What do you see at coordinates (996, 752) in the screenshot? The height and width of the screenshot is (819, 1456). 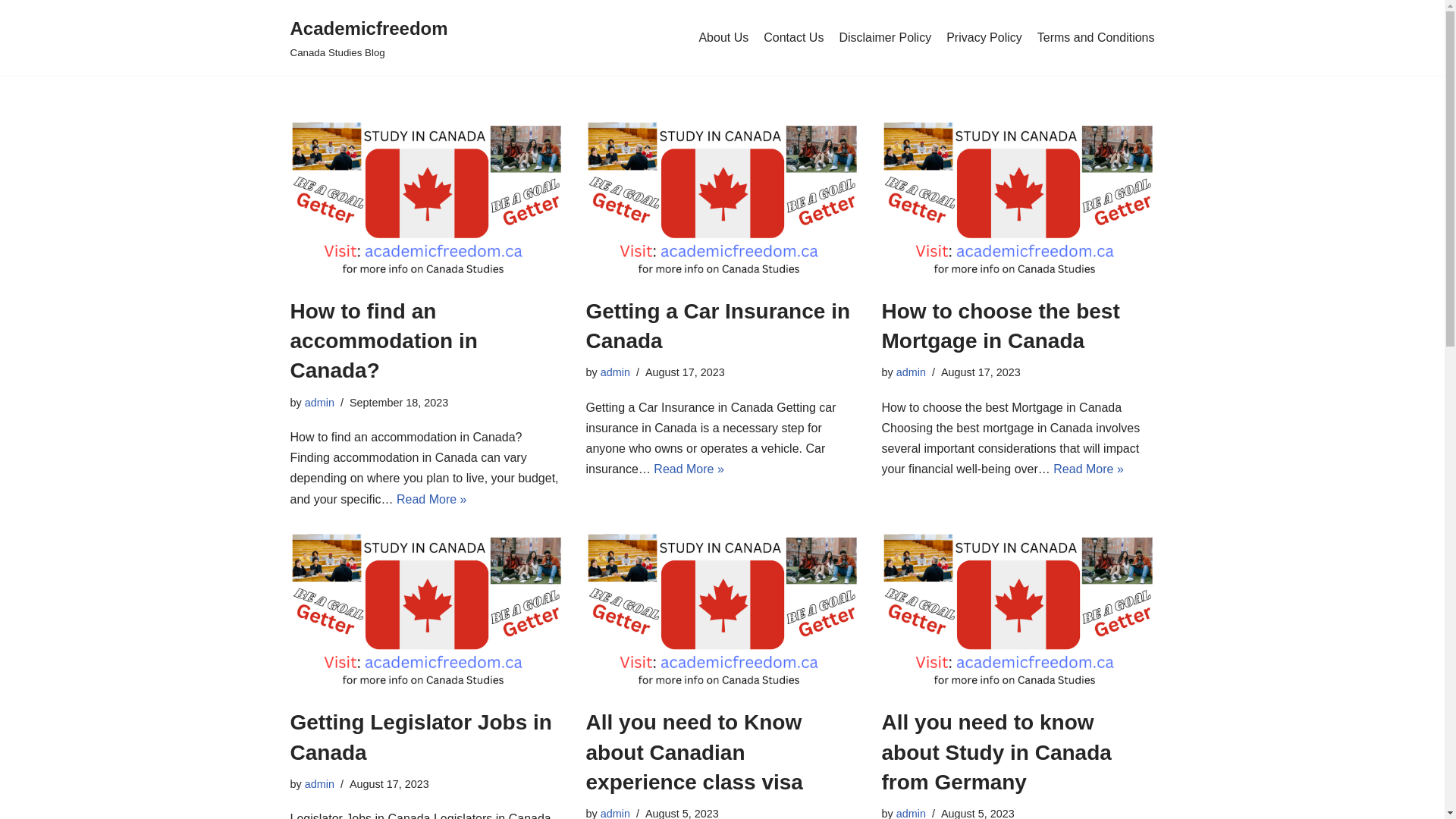 I see `'All you need to know about Study in Canada from Germany'` at bounding box center [996, 752].